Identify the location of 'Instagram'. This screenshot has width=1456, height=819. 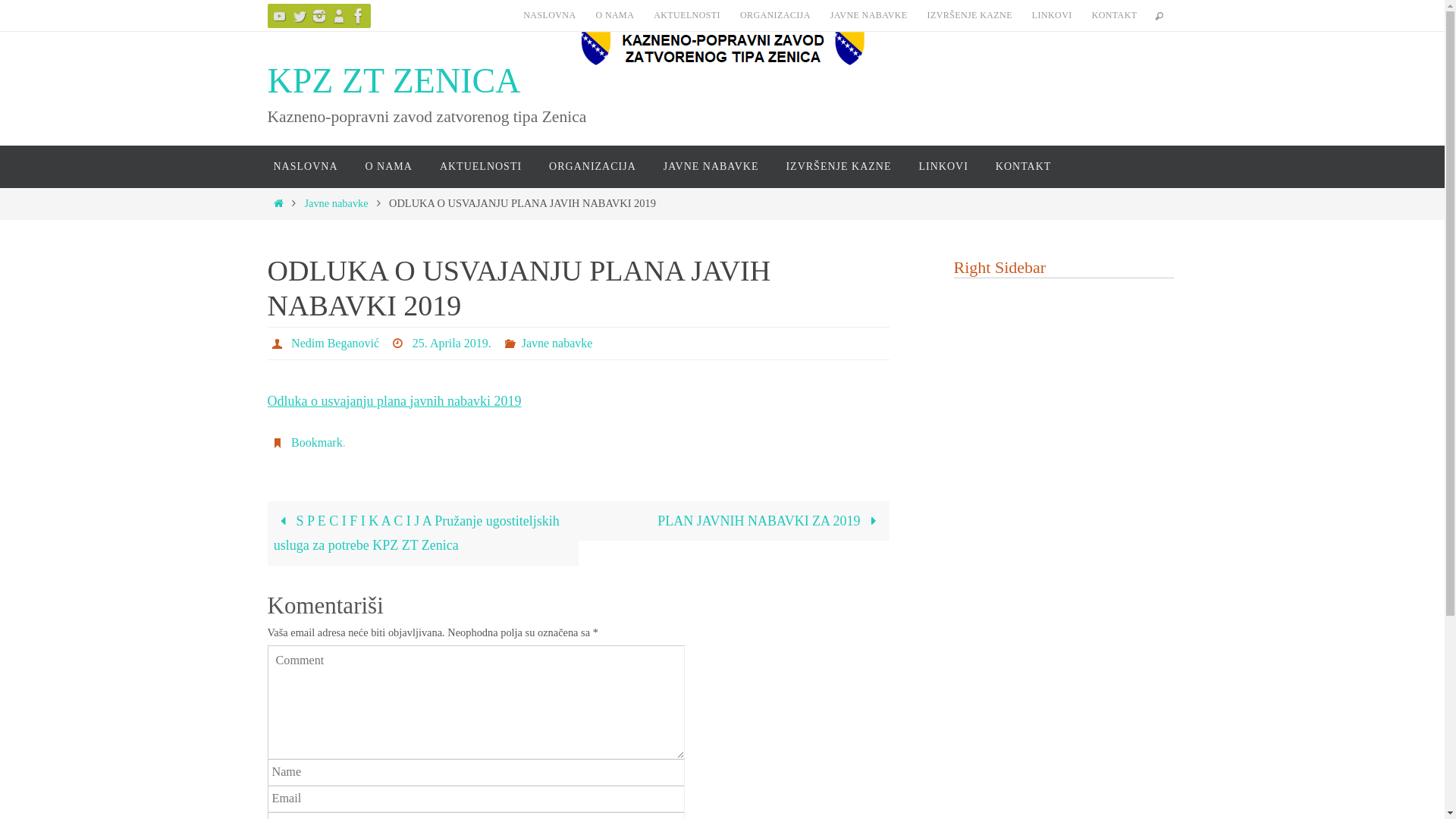
(318, 15).